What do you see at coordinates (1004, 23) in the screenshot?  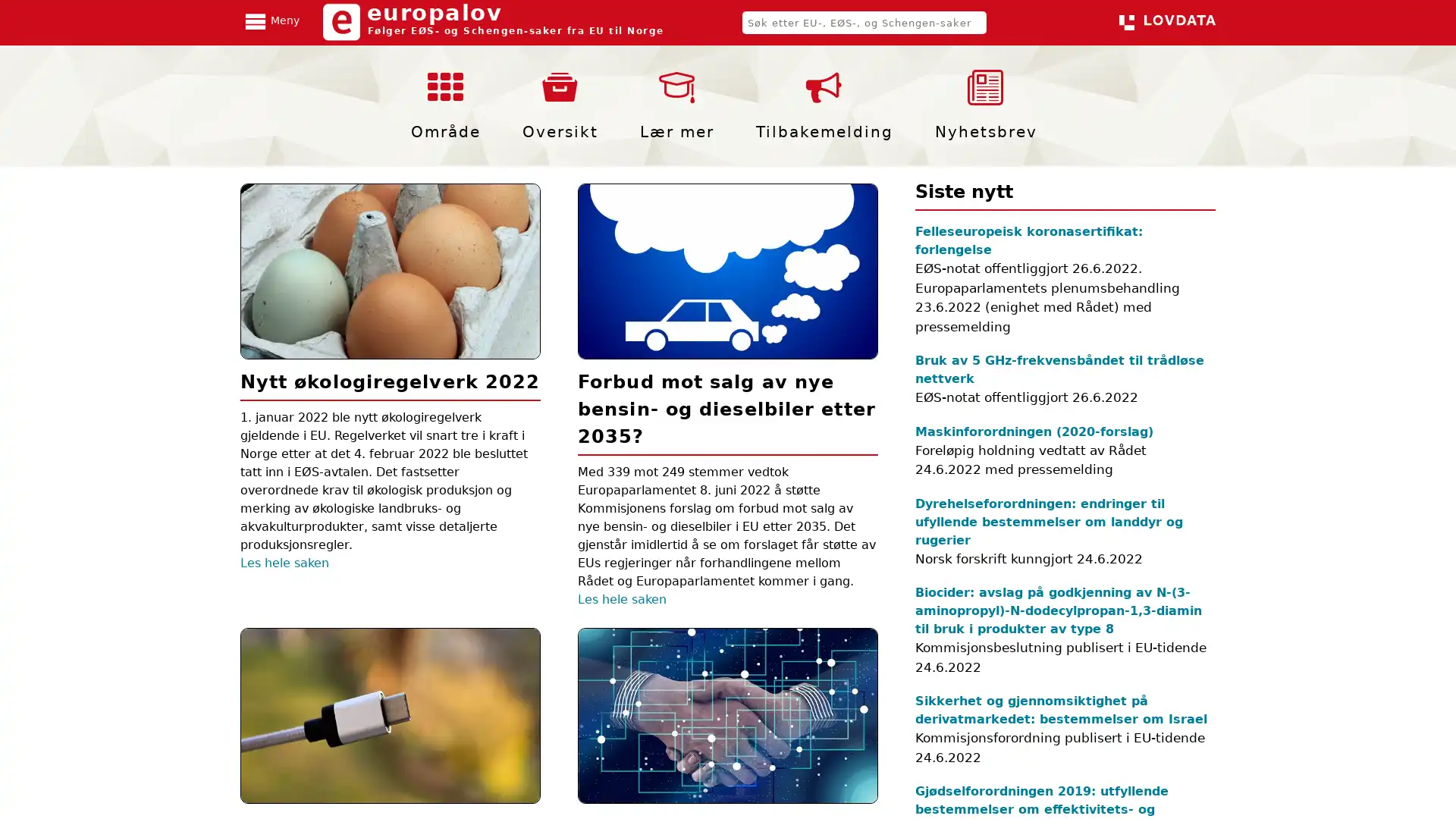 I see `Sk` at bounding box center [1004, 23].